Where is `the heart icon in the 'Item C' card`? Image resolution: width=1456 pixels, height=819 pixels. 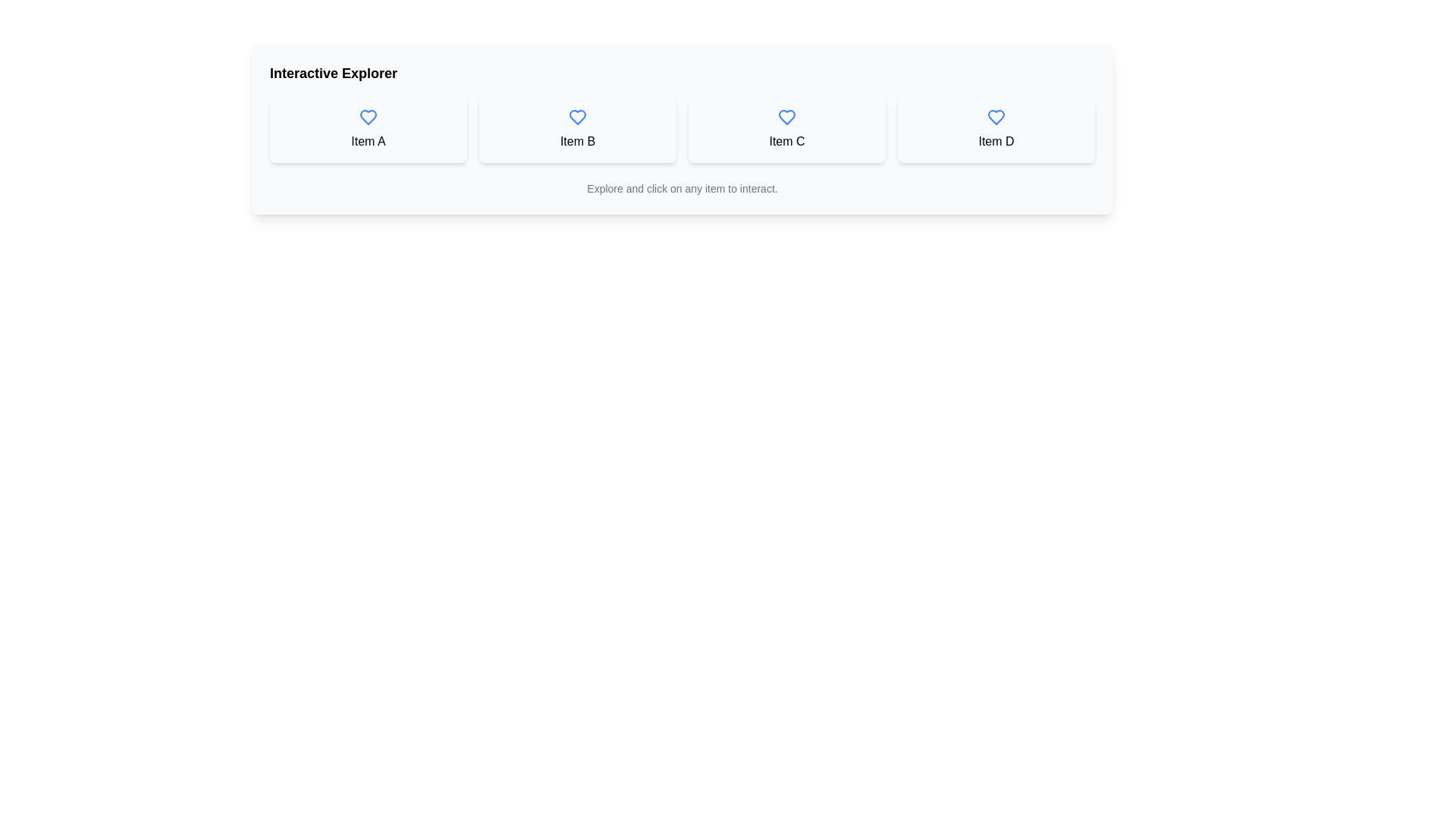
the heart icon in the 'Item C' card is located at coordinates (786, 116).